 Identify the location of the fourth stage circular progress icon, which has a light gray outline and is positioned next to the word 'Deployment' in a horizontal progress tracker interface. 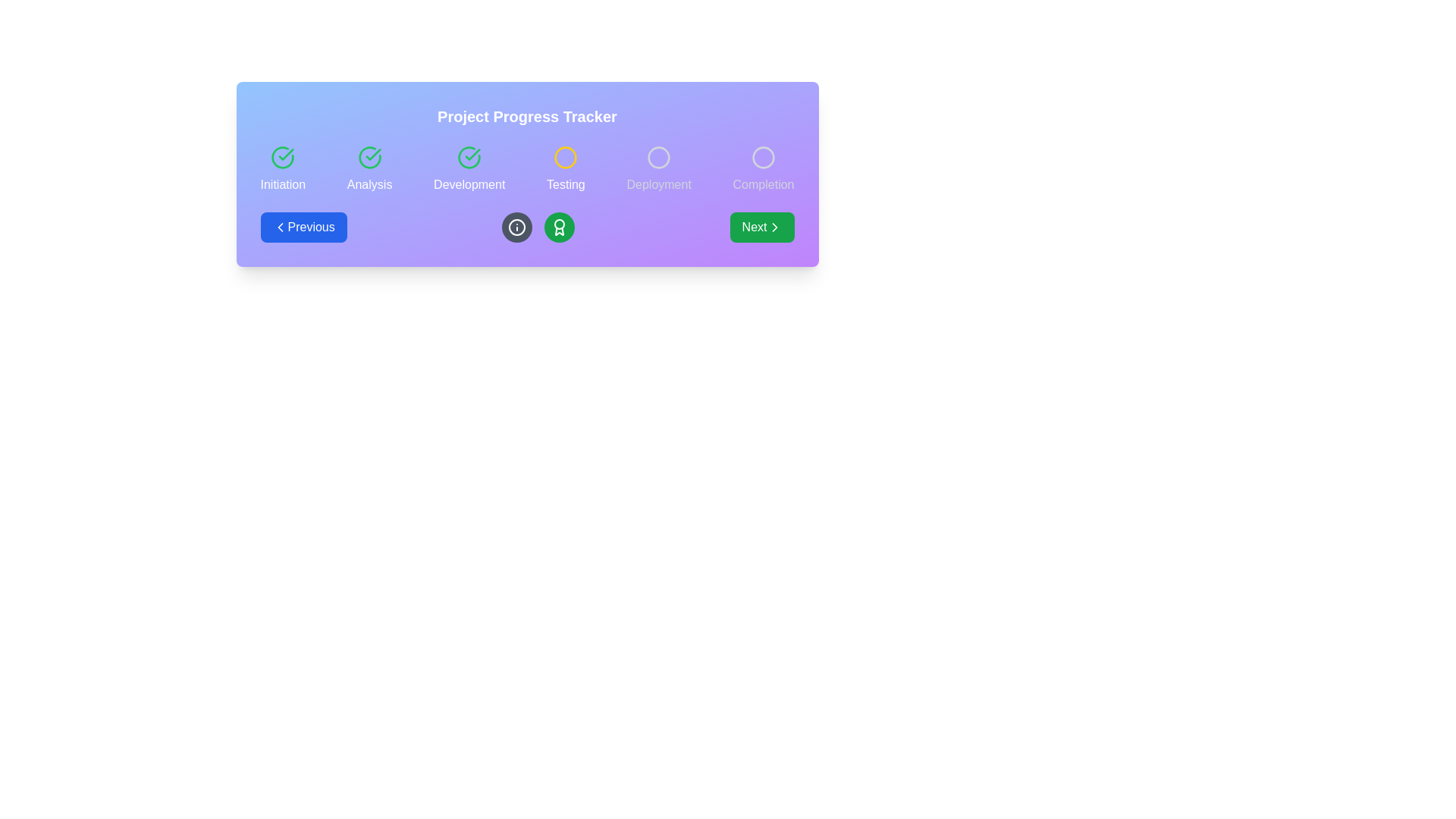
(659, 158).